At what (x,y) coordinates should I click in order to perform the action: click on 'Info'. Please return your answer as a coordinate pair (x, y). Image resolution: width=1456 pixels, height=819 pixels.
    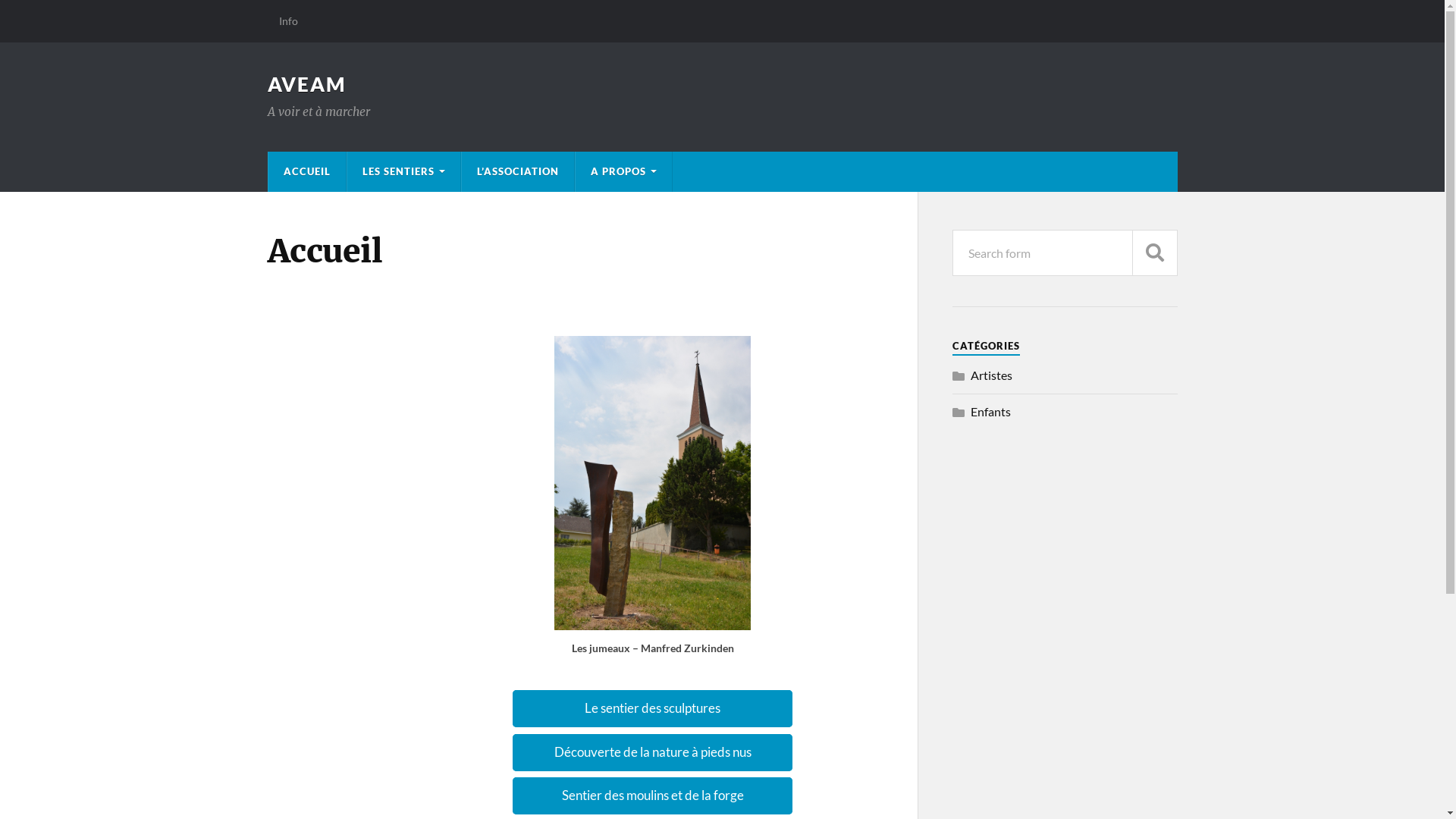
    Looking at the image, I should click on (287, 20).